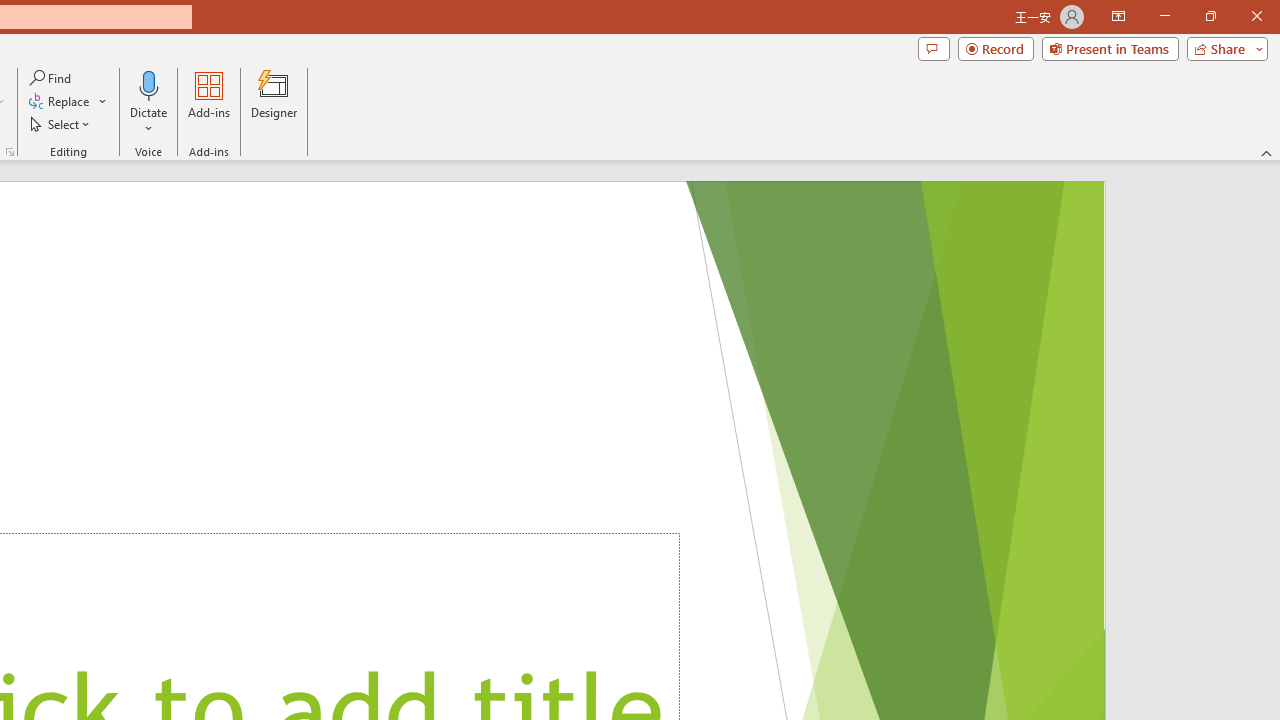  Describe the element at coordinates (51, 77) in the screenshot. I see `'Find...'` at that location.